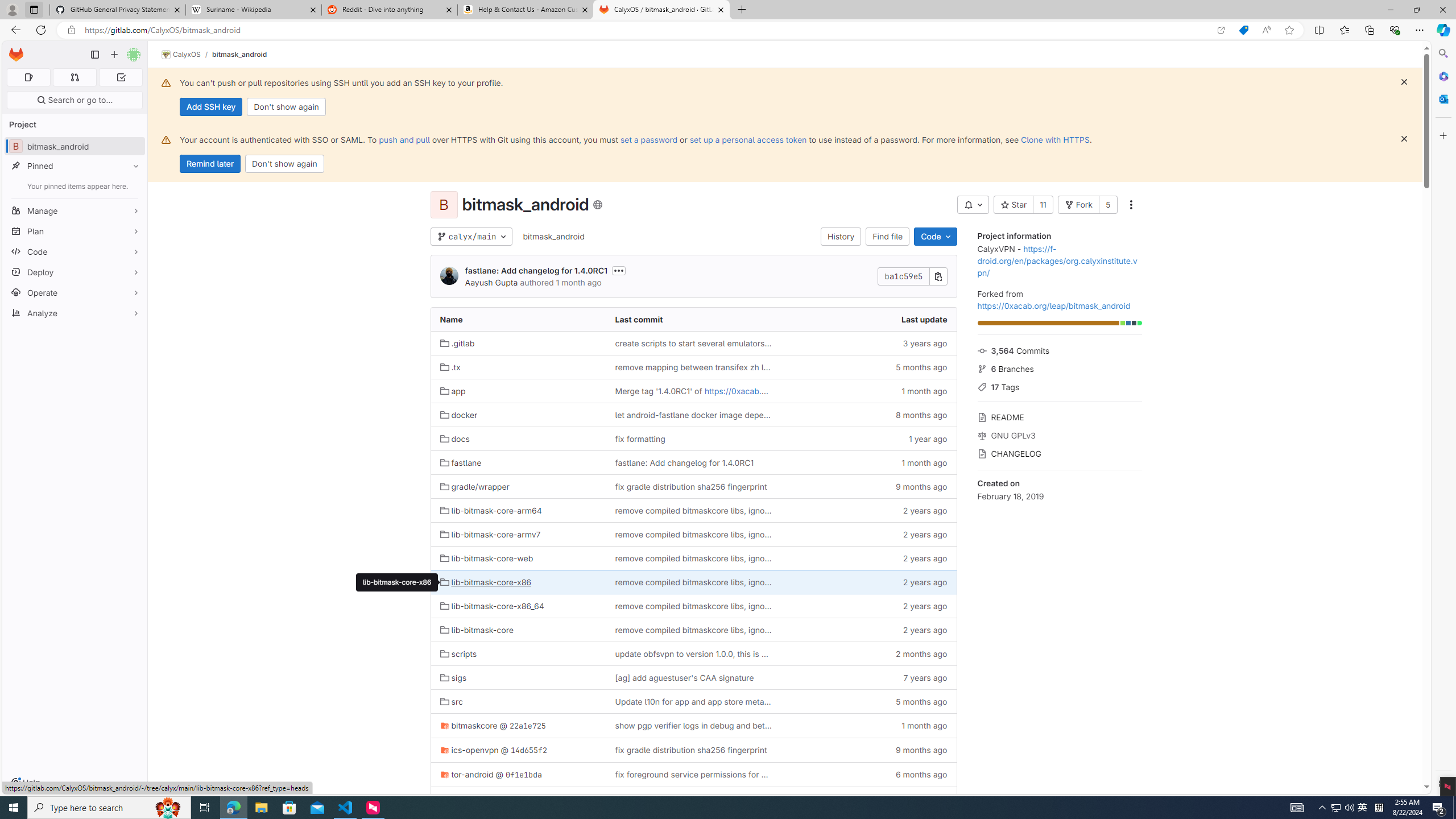 This screenshot has width=1456, height=819. Describe the element at coordinates (458, 653) in the screenshot. I see `'scripts'` at that location.